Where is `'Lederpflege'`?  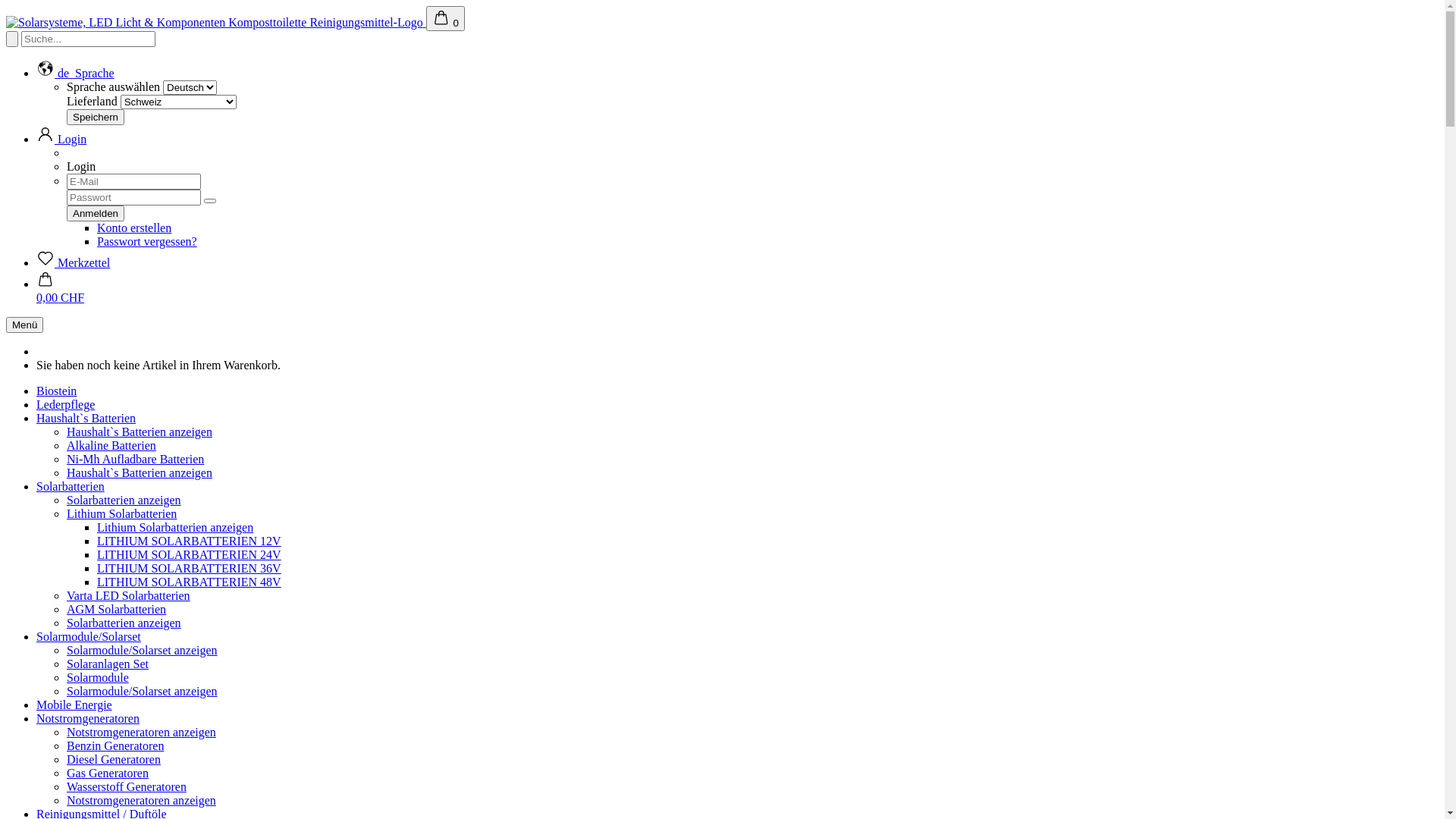 'Lederpflege' is located at coordinates (64, 403).